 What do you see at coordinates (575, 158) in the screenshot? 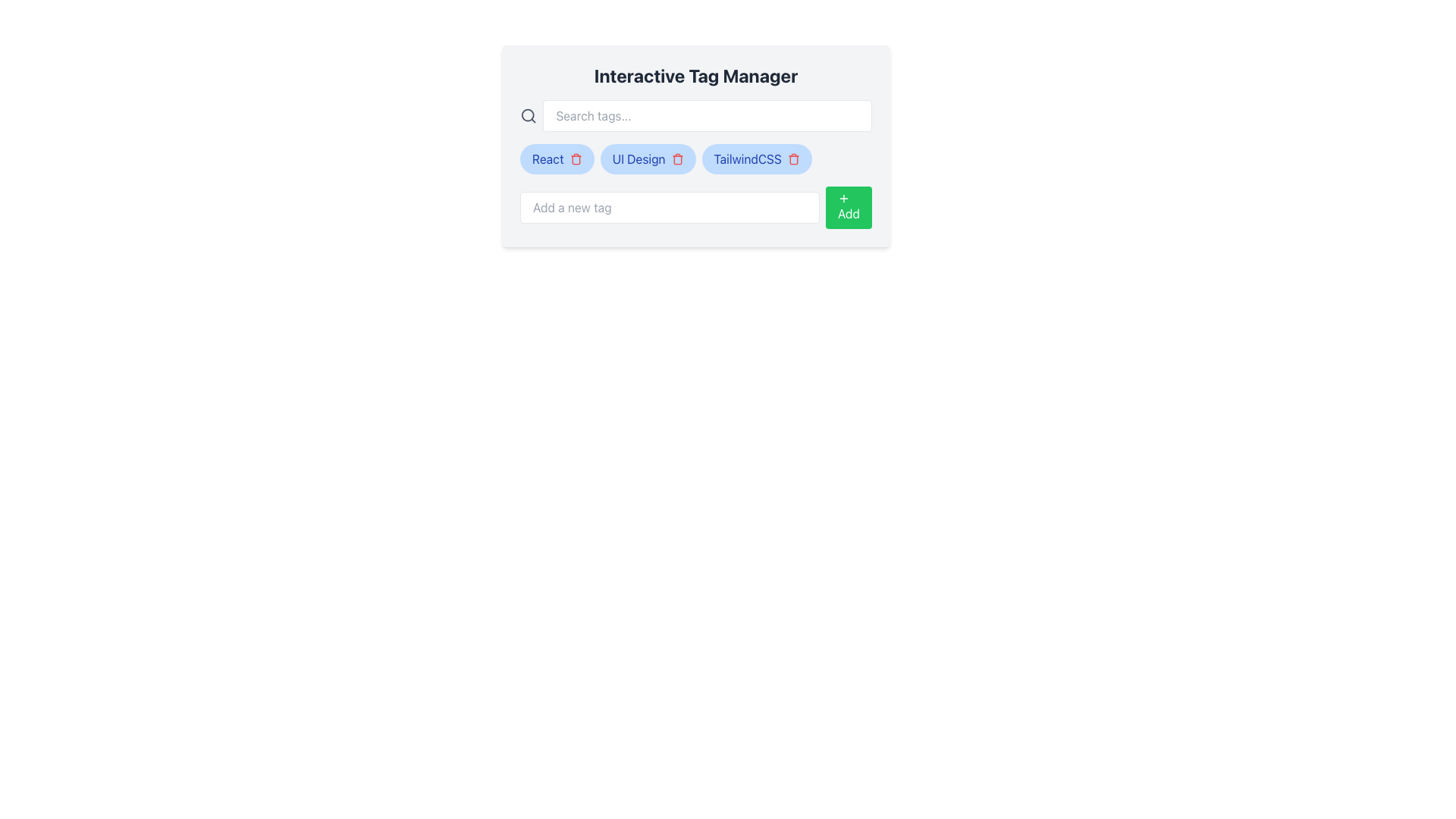
I see `the delete icon button associated with the first 'React' tag` at bounding box center [575, 158].